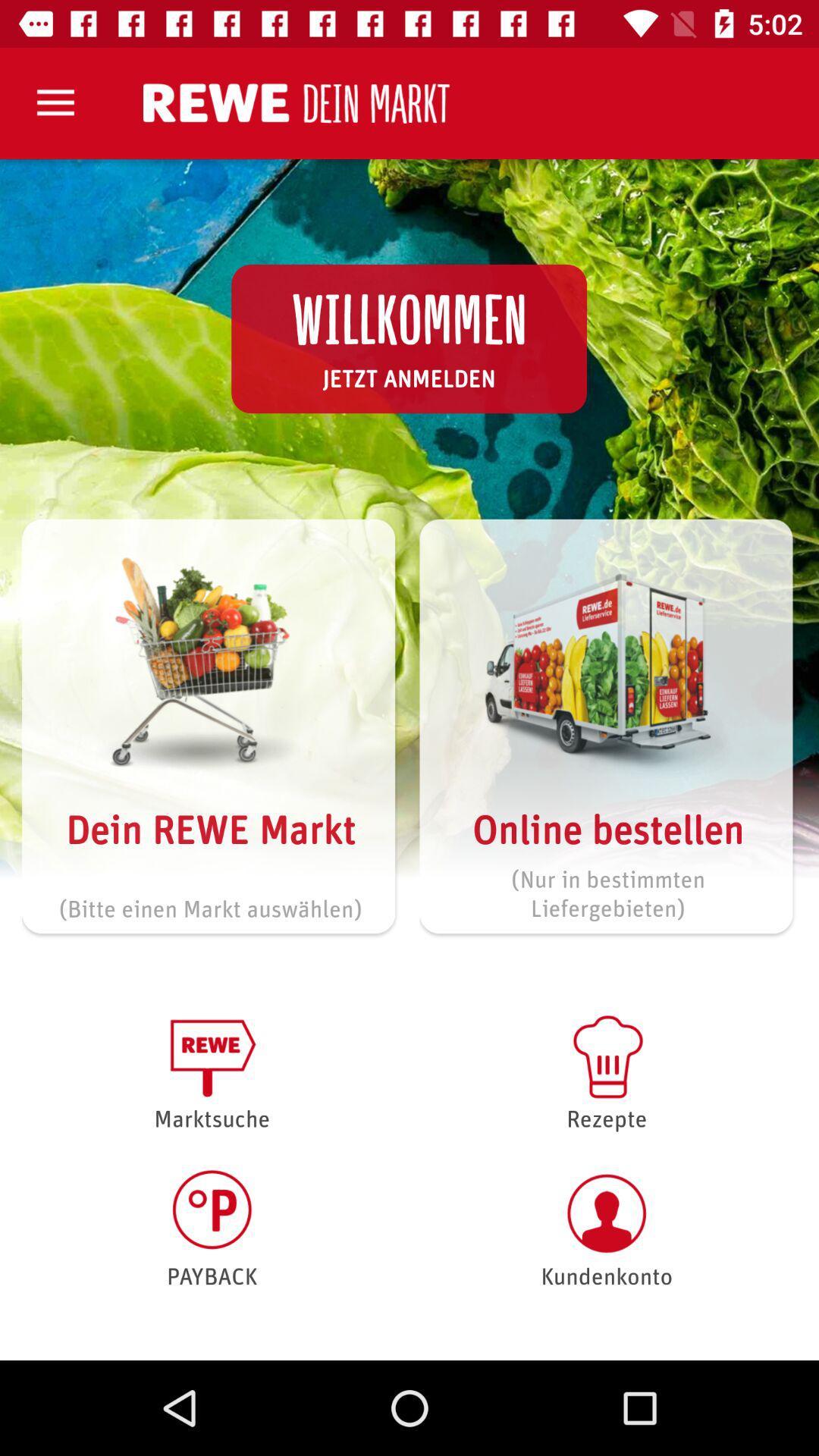  What do you see at coordinates (212, 1070) in the screenshot?
I see `marktsuche item` at bounding box center [212, 1070].